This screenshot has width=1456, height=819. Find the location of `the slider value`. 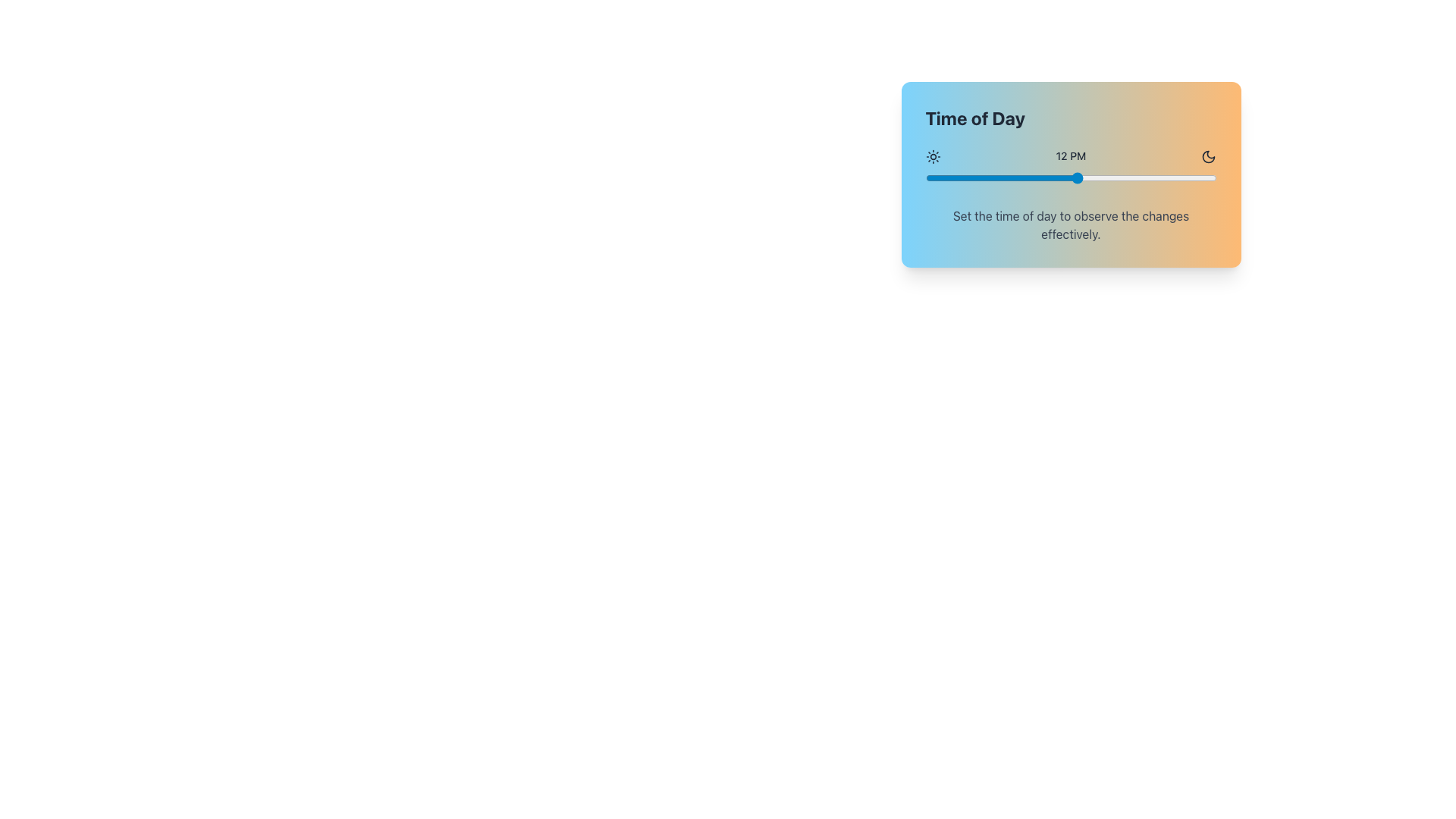

the slider value is located at coordinates (1128, 177).